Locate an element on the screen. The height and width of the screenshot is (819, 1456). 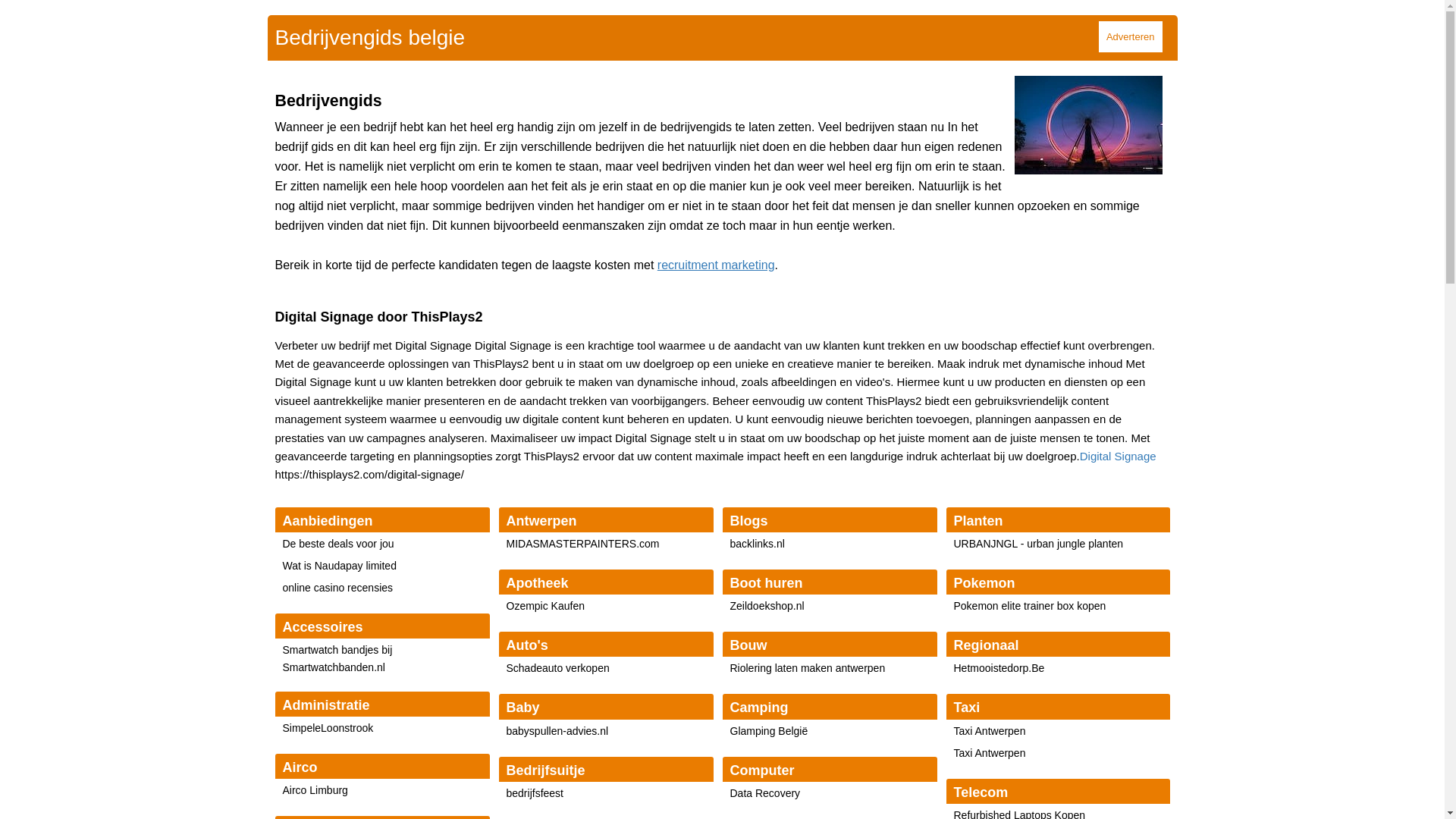
'SimpeleLoonstrook' is located at coordinates (327, 727).